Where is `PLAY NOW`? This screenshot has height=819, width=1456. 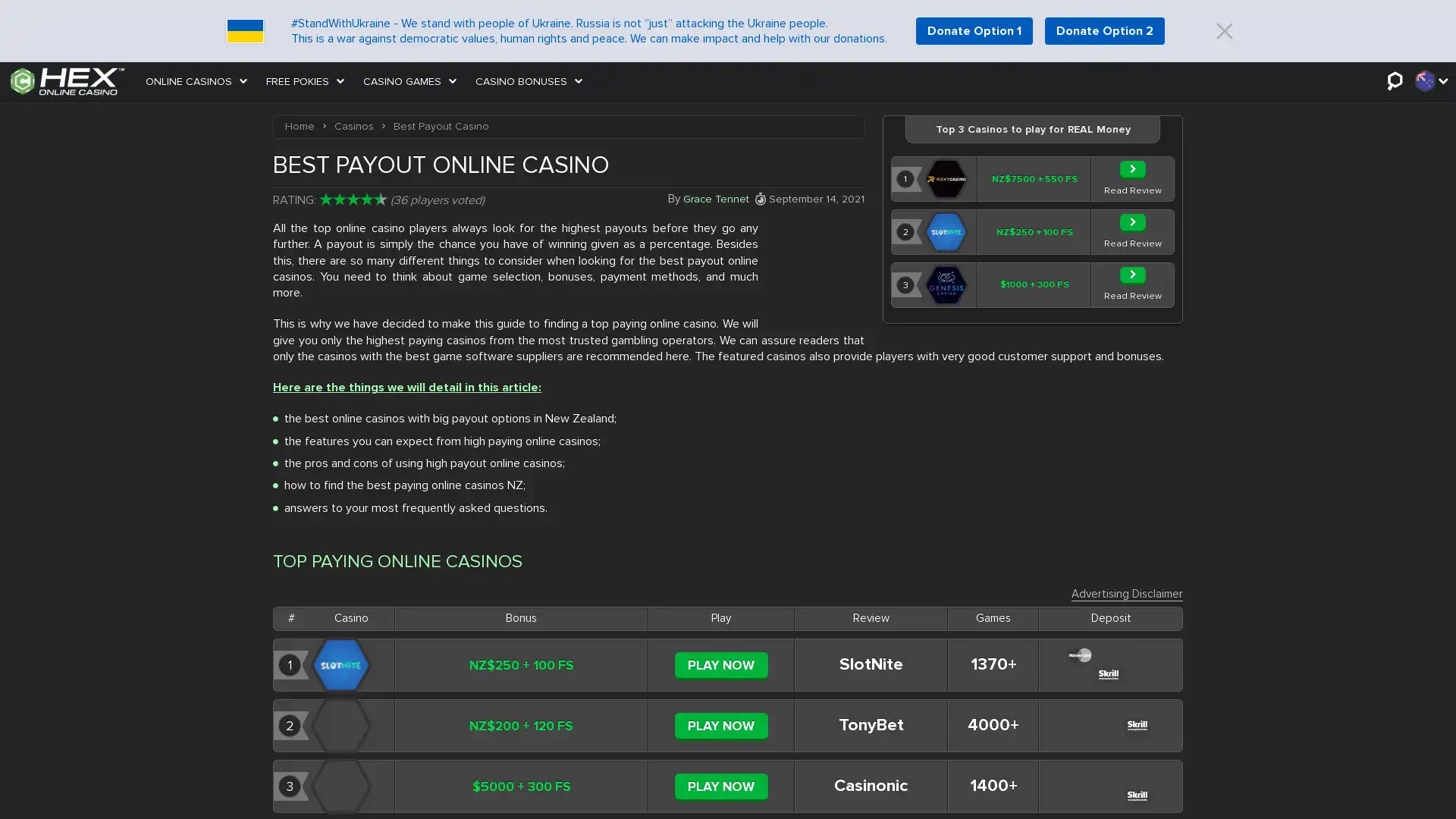 PLAY NOW is located at coordinates (720, 664).